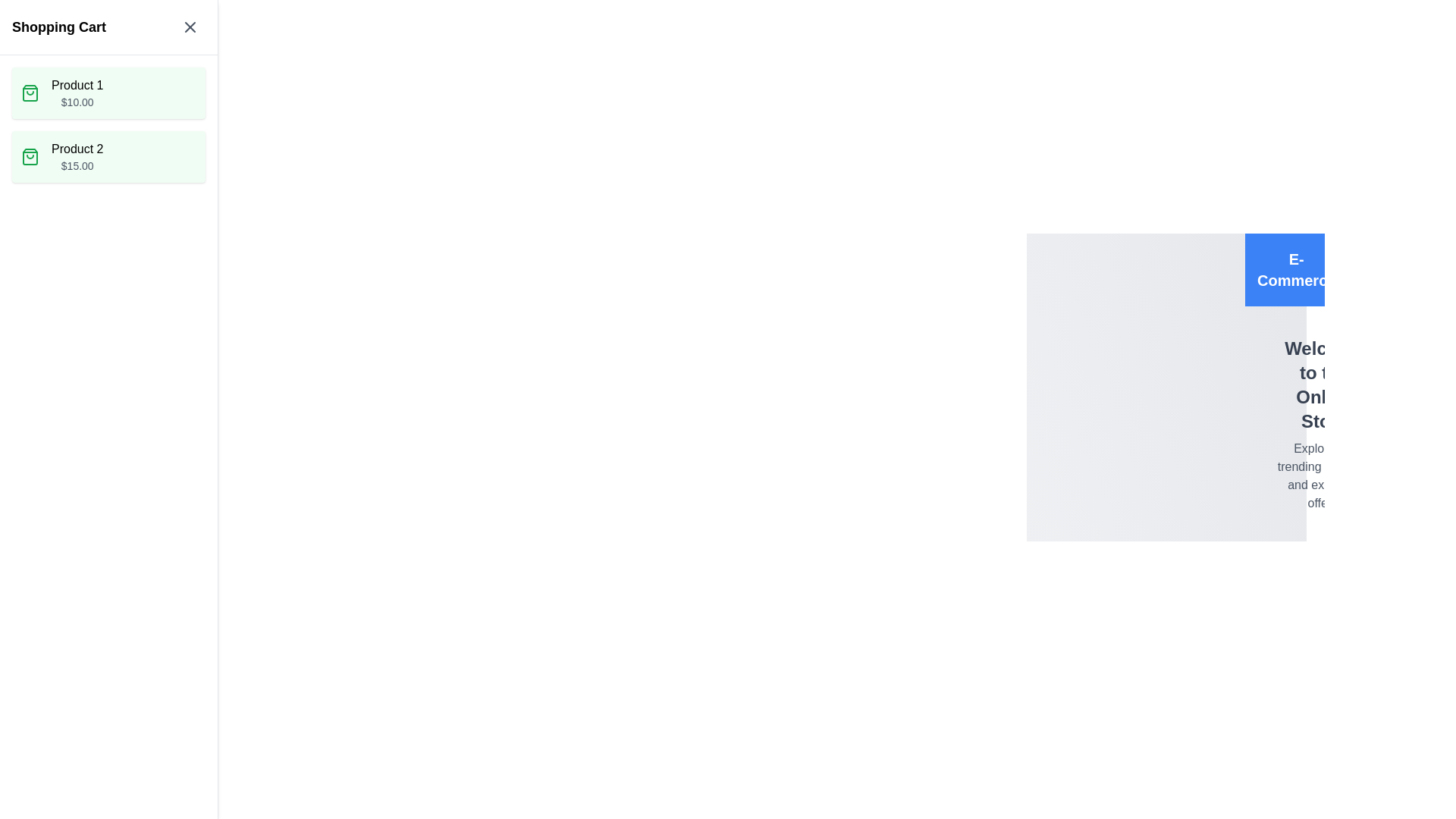 The width and height of the screenshot is (1456, 819). What do you see at coordinates (30, 157) in the screenshot?
I see `the shopping bag icon located to the left of the text 'Product 2' within the product card` at bounding box center [30, 157].